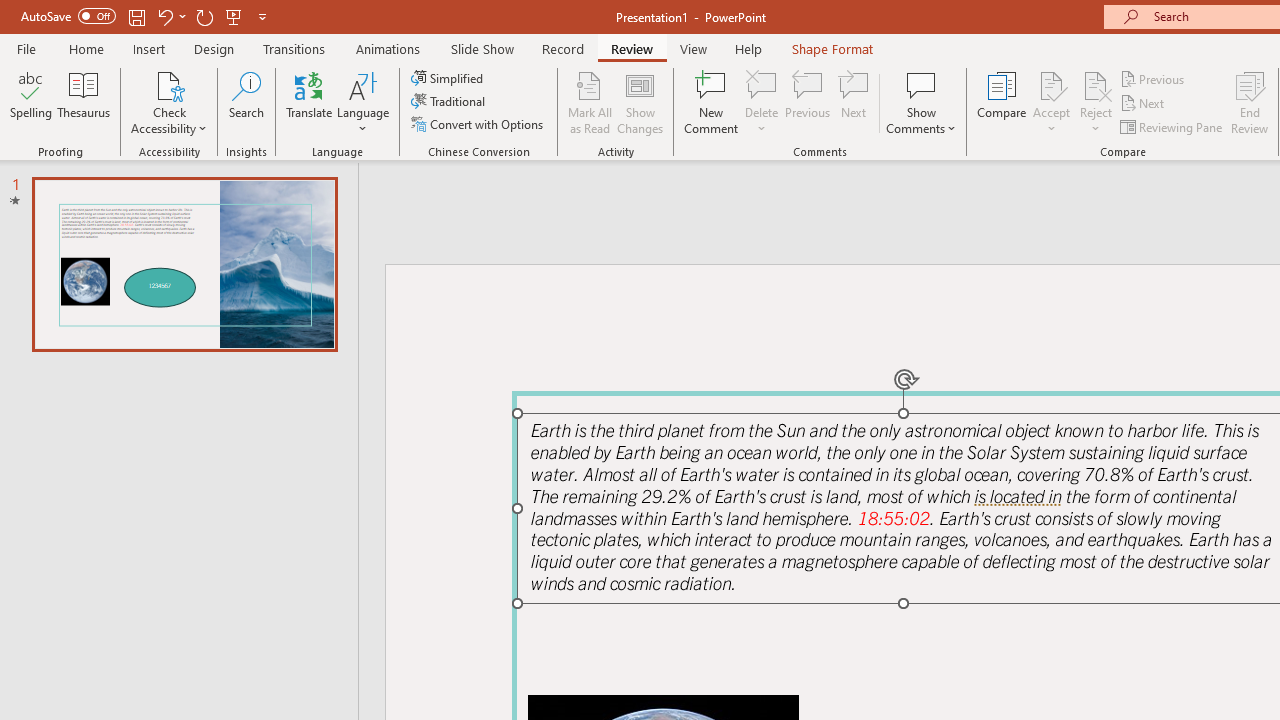 This screenshot has height=720, width=1280. Describe the element at coordinates (31, 103) in the screenshot. I see `'Spelling...'` at that location.